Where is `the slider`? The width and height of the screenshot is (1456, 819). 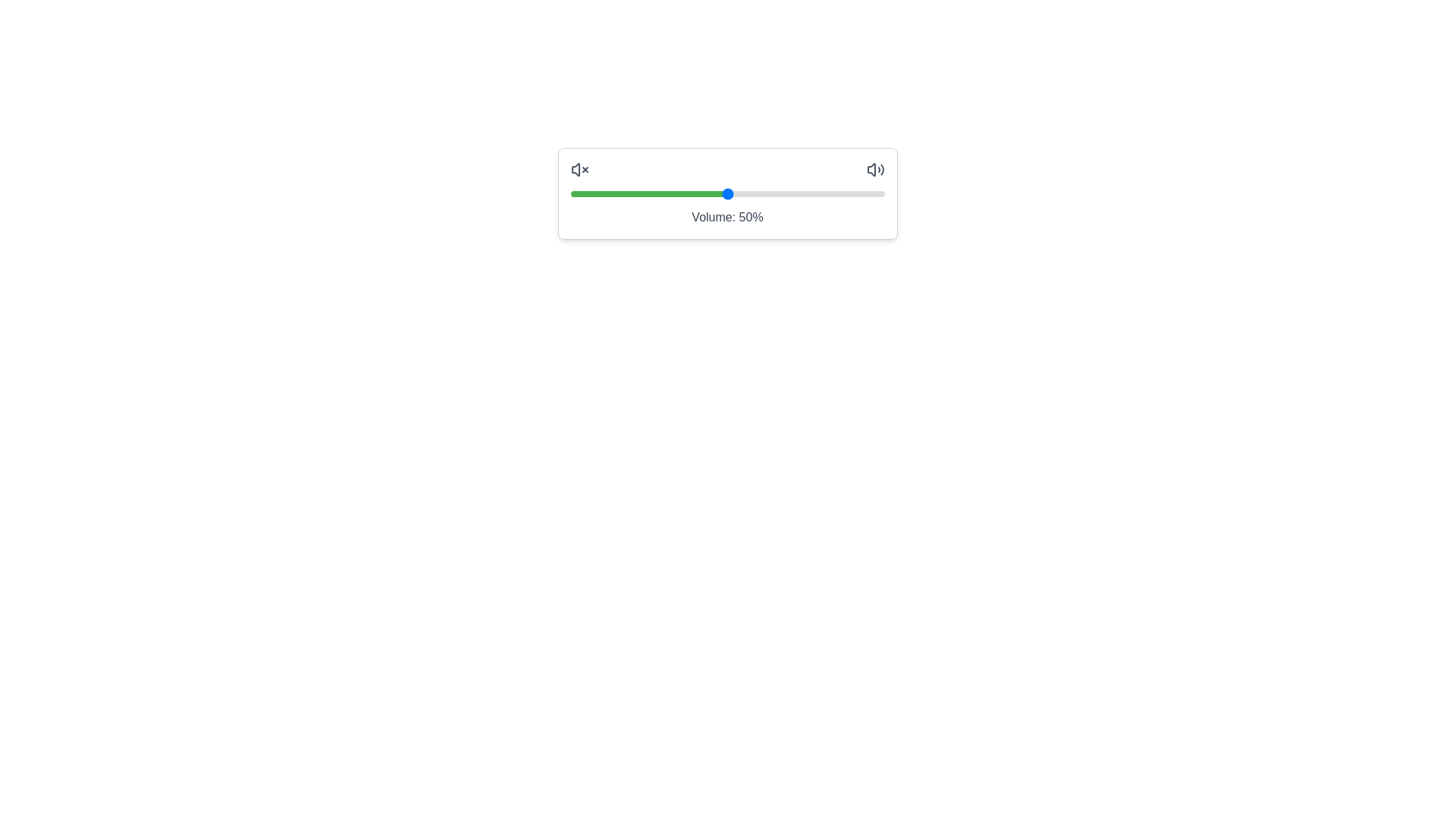
the slider is located at coordinates (762, 193).